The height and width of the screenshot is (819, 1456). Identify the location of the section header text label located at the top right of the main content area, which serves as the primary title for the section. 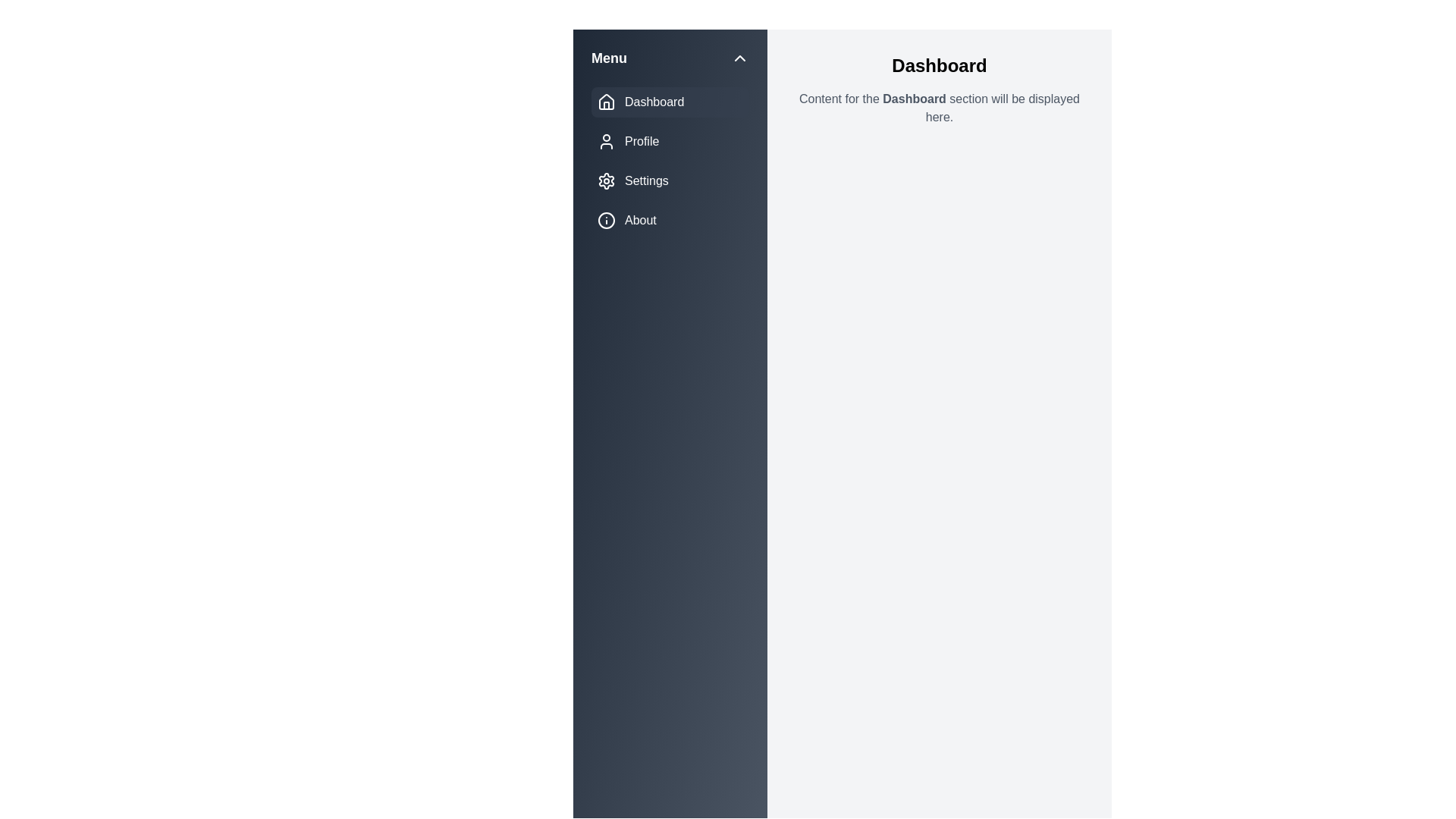
(938, 65).